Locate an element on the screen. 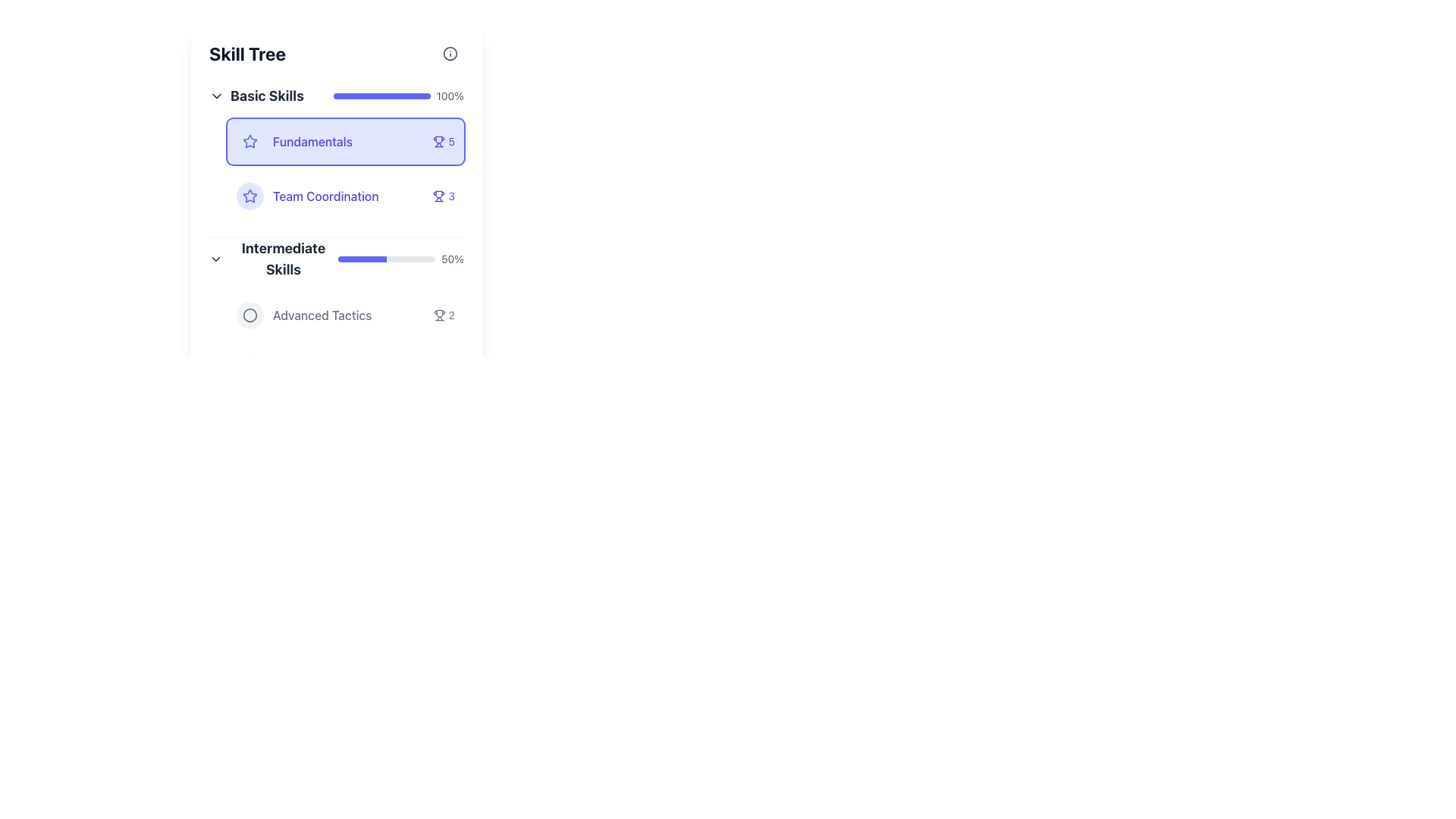 The image size is (1456, 819). the 'Fundamentals' text label located in the 'Basic Skills' section of the skill tree interface, which is the second item in the list after a star icon is located at coordinates (312, 141).